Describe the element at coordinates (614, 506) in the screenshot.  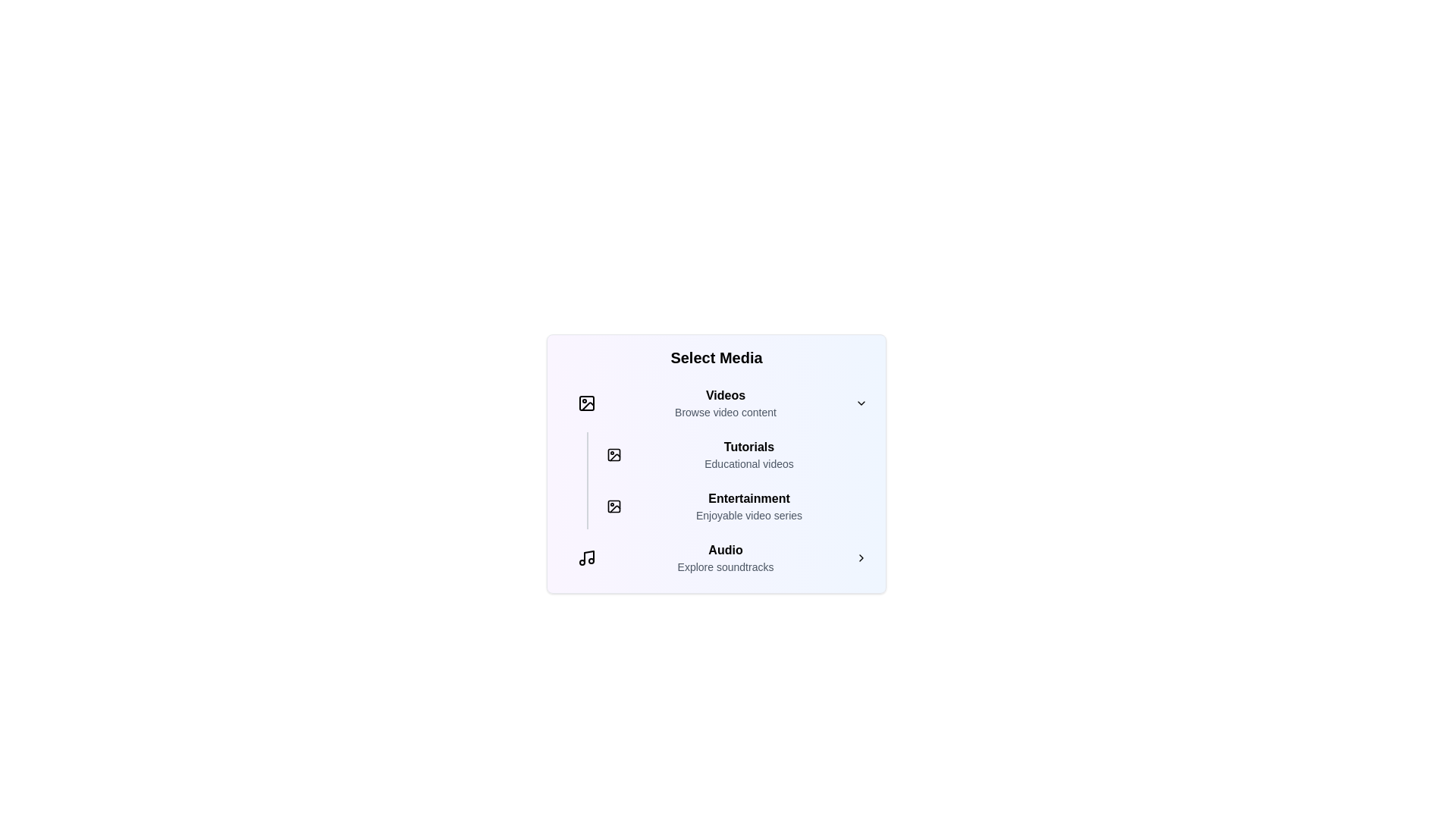
I see `the stylized square icon with rounded corners, located in the third row of the 'Select Media' panel, labeled 'Entertainment - Enjoyable video series'` at that location.